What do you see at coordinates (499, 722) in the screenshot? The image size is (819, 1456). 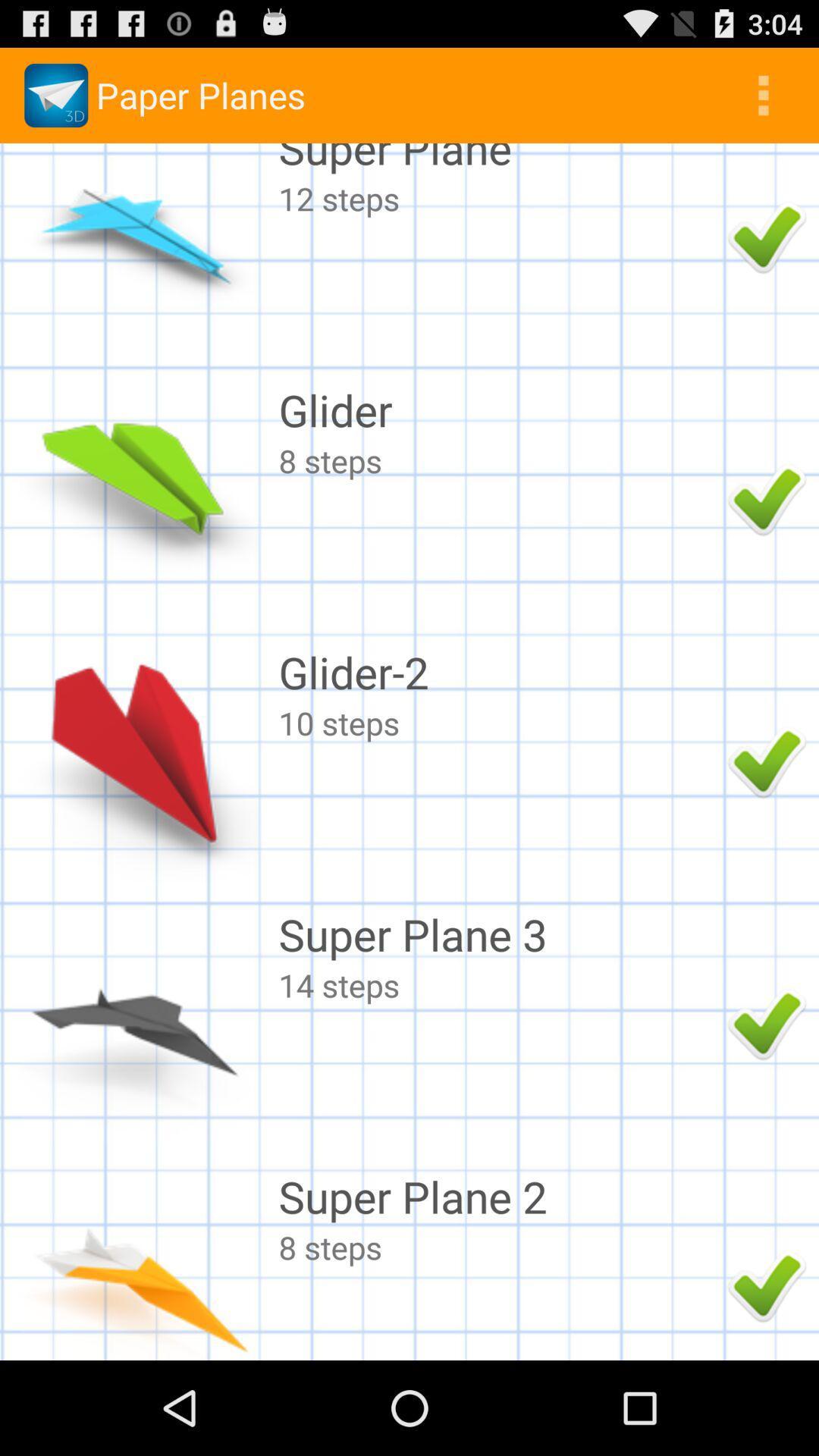 I see `the 10 steps` at bounding box center [499, 722].